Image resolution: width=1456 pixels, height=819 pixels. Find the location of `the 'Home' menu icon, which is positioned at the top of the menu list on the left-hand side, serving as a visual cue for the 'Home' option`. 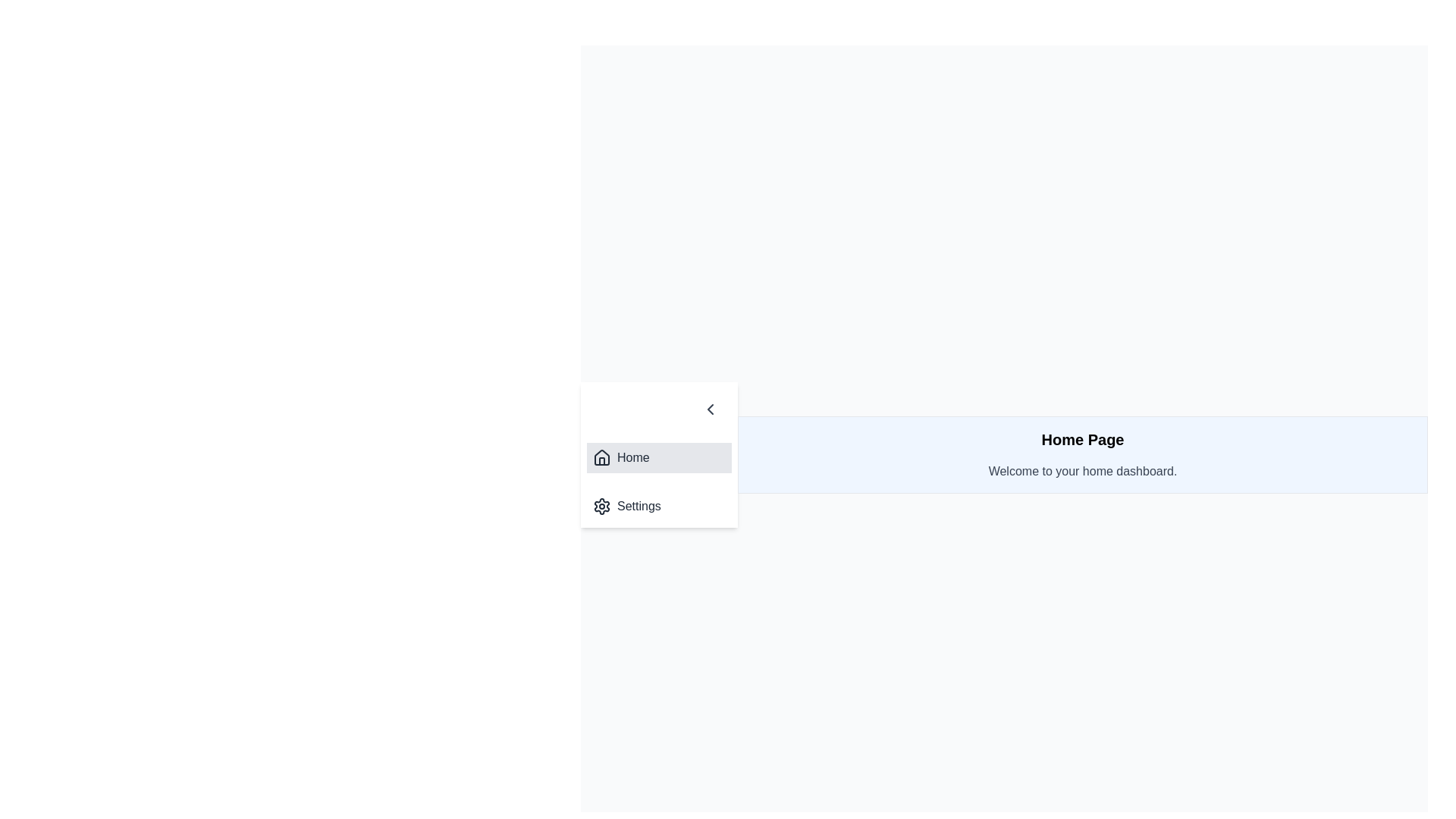

the 'Home' menu icon, which is positioned at the top of the menu list on the left-hand side, serving as a visual cue for the 'Home' option is located at coordinates (601, 456).